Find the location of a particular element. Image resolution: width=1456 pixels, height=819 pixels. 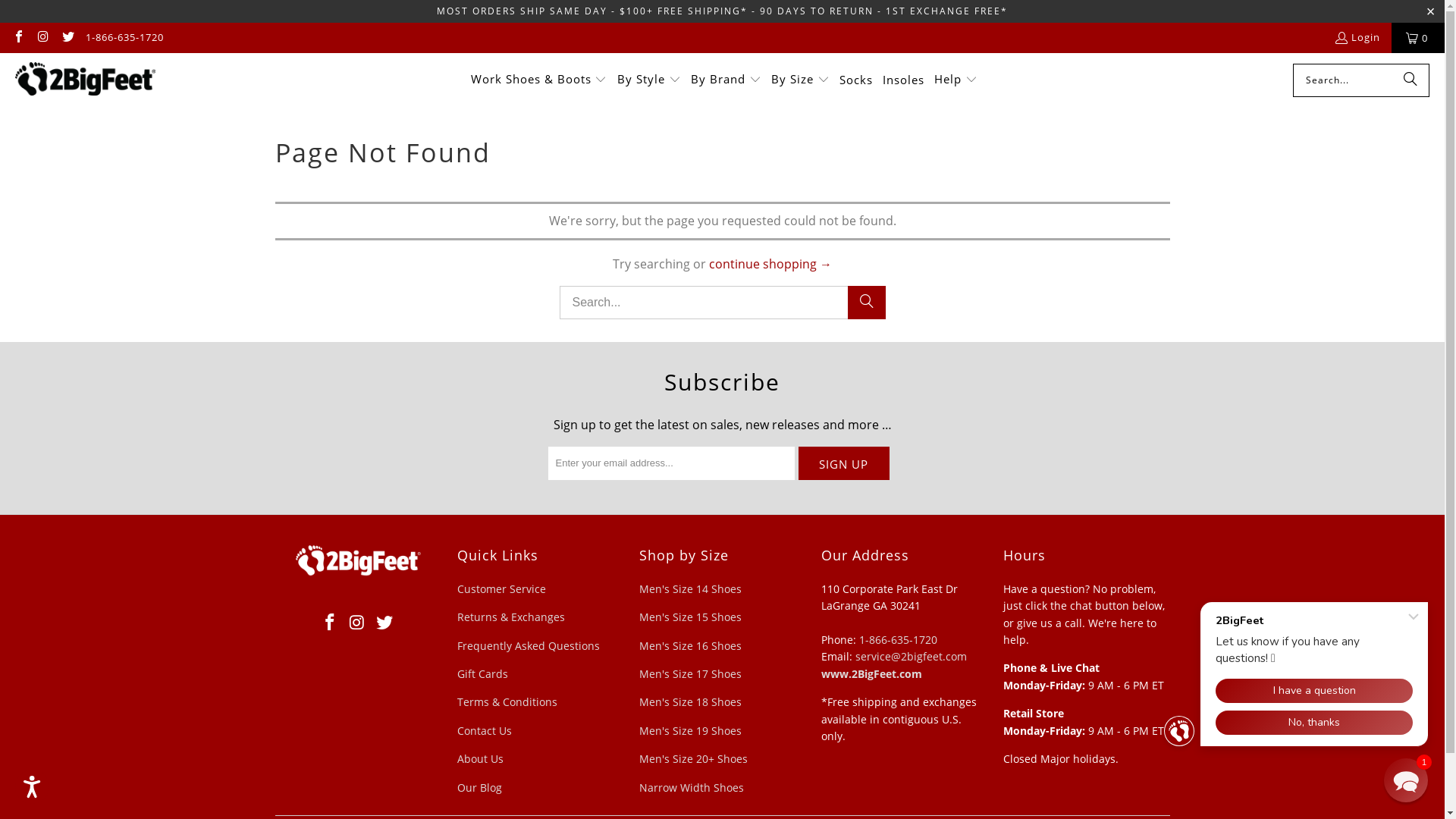

'2BigFeet on Facebook' is located at coordinates (330, 623).